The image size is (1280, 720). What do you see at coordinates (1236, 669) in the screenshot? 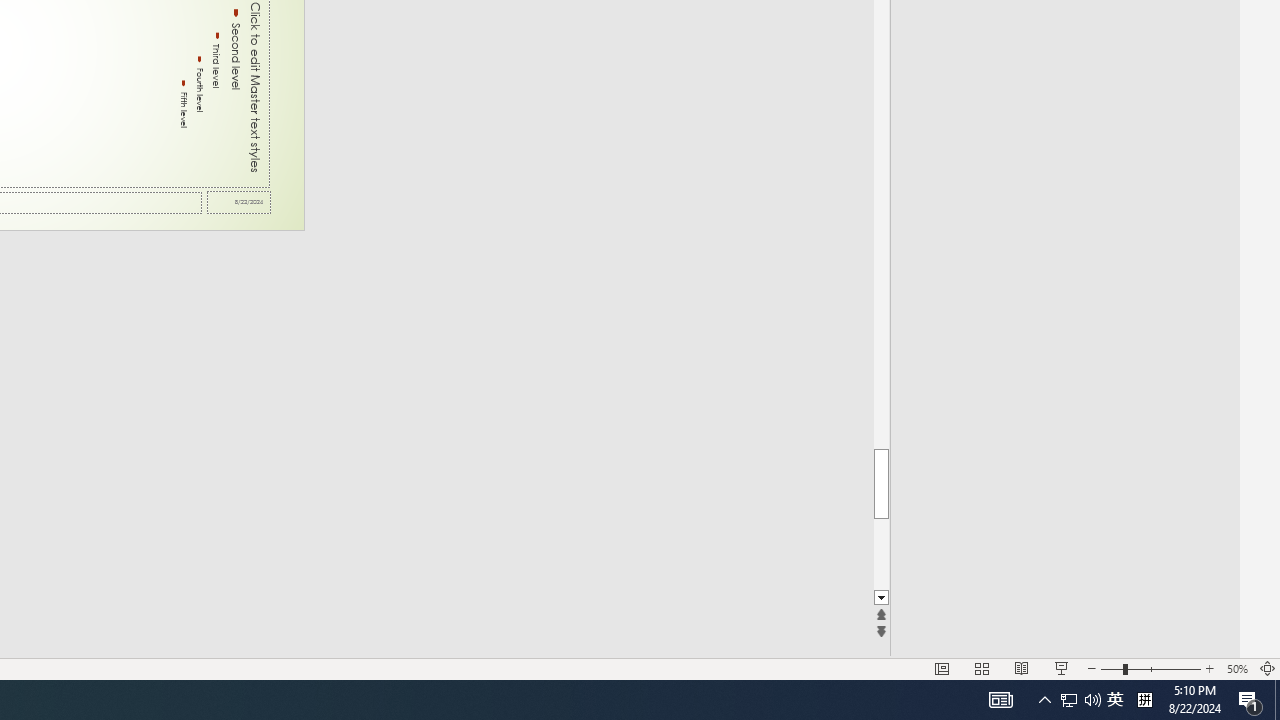
I see `'Zoom 50%'` at bounding box center [1236, 669].